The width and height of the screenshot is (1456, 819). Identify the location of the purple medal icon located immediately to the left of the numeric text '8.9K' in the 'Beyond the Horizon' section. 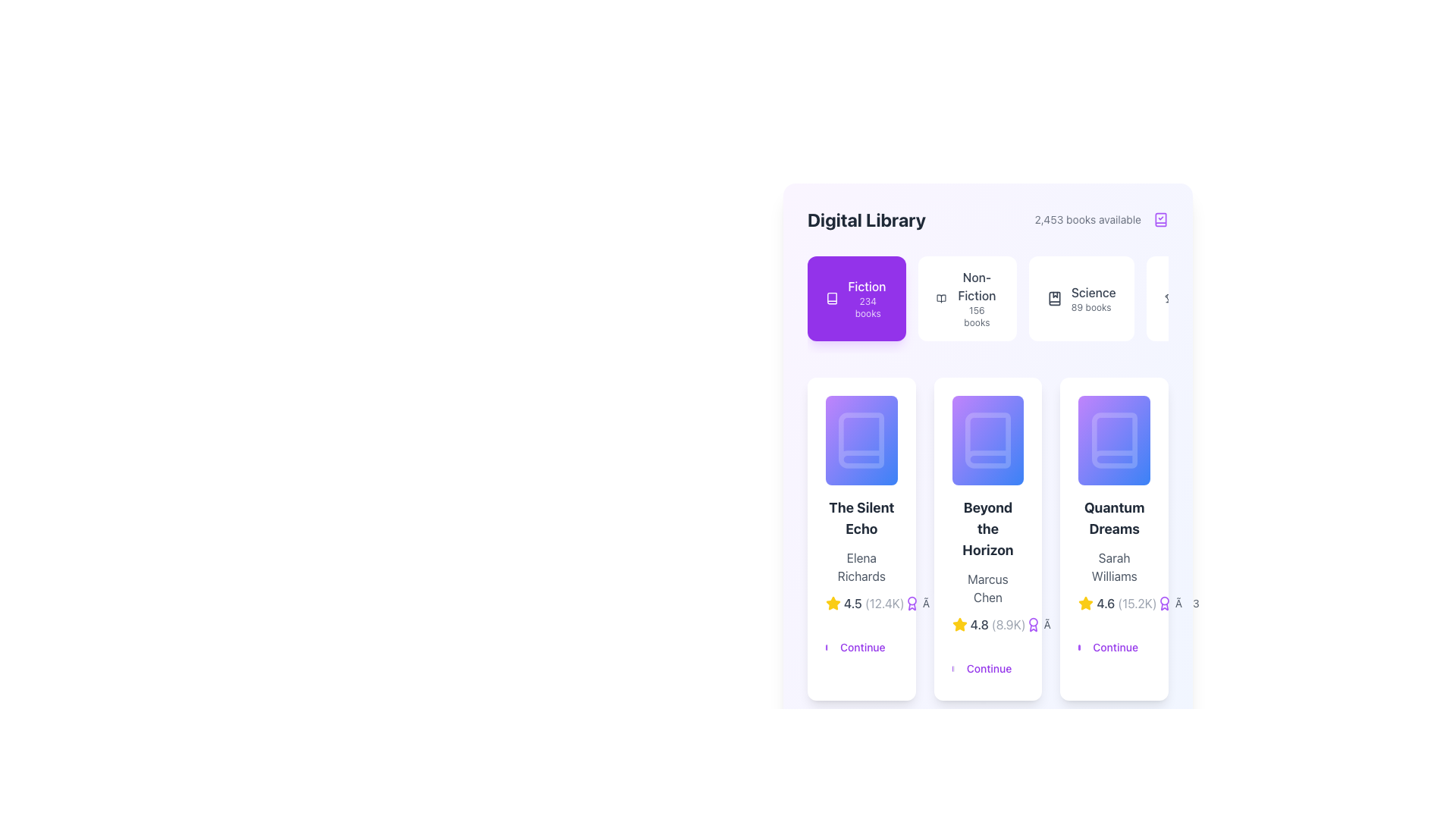
(1032, 625).